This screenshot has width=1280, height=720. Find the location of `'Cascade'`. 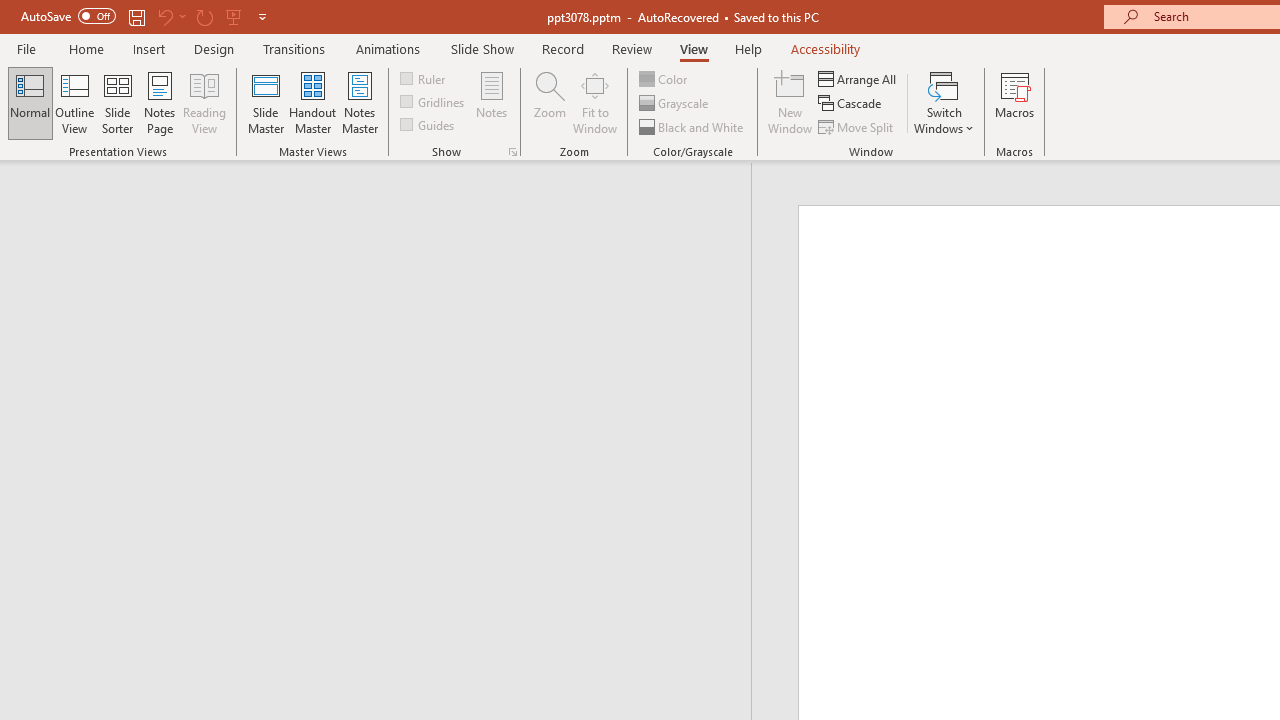

'Cascade' is located at coordinates (851, 103).